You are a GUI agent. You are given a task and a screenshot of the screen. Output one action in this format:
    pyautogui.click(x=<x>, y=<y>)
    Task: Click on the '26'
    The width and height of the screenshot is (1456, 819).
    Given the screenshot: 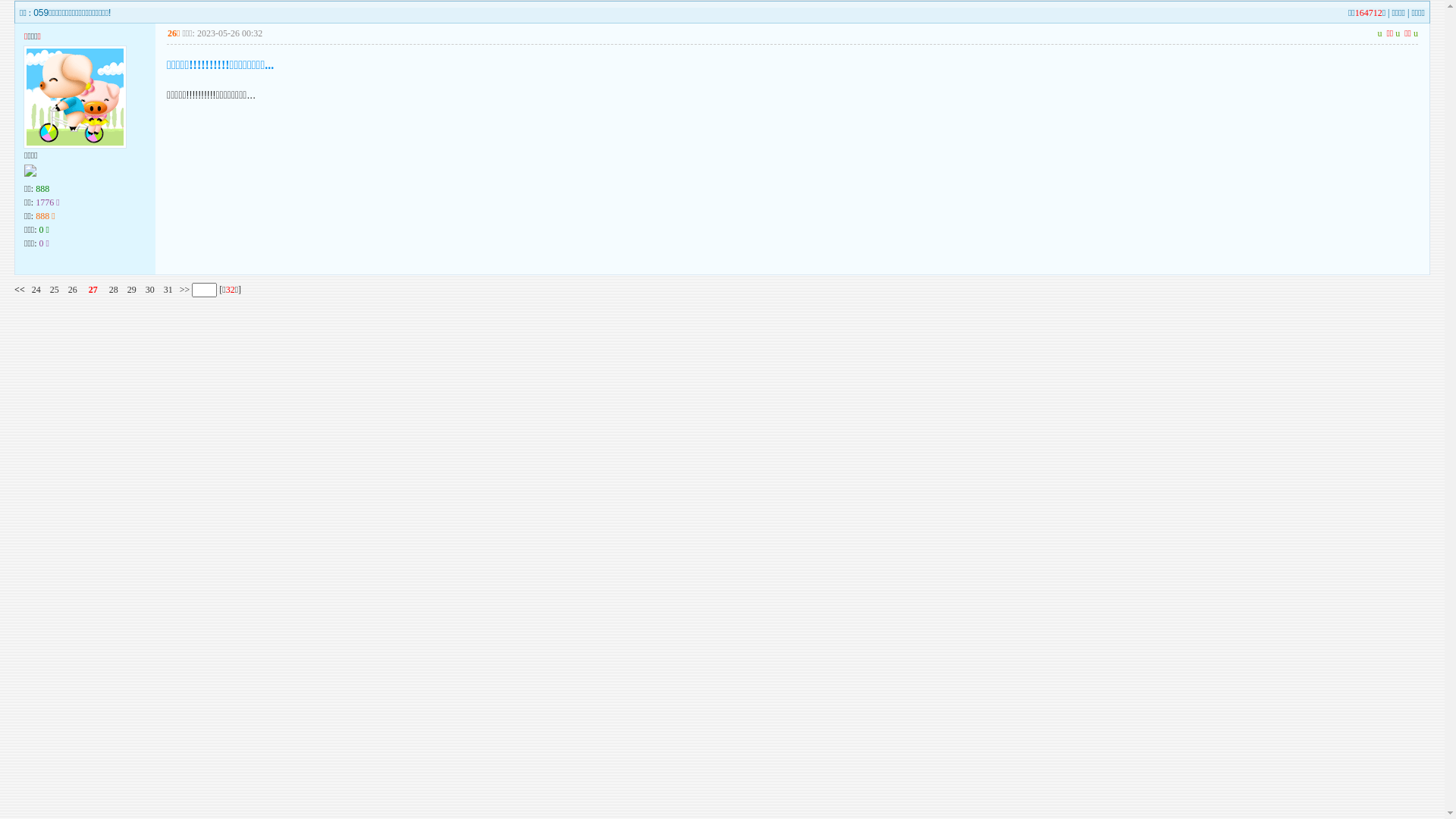 What is the action you would take?
    pyautogui.click(x=67, y=289)
    